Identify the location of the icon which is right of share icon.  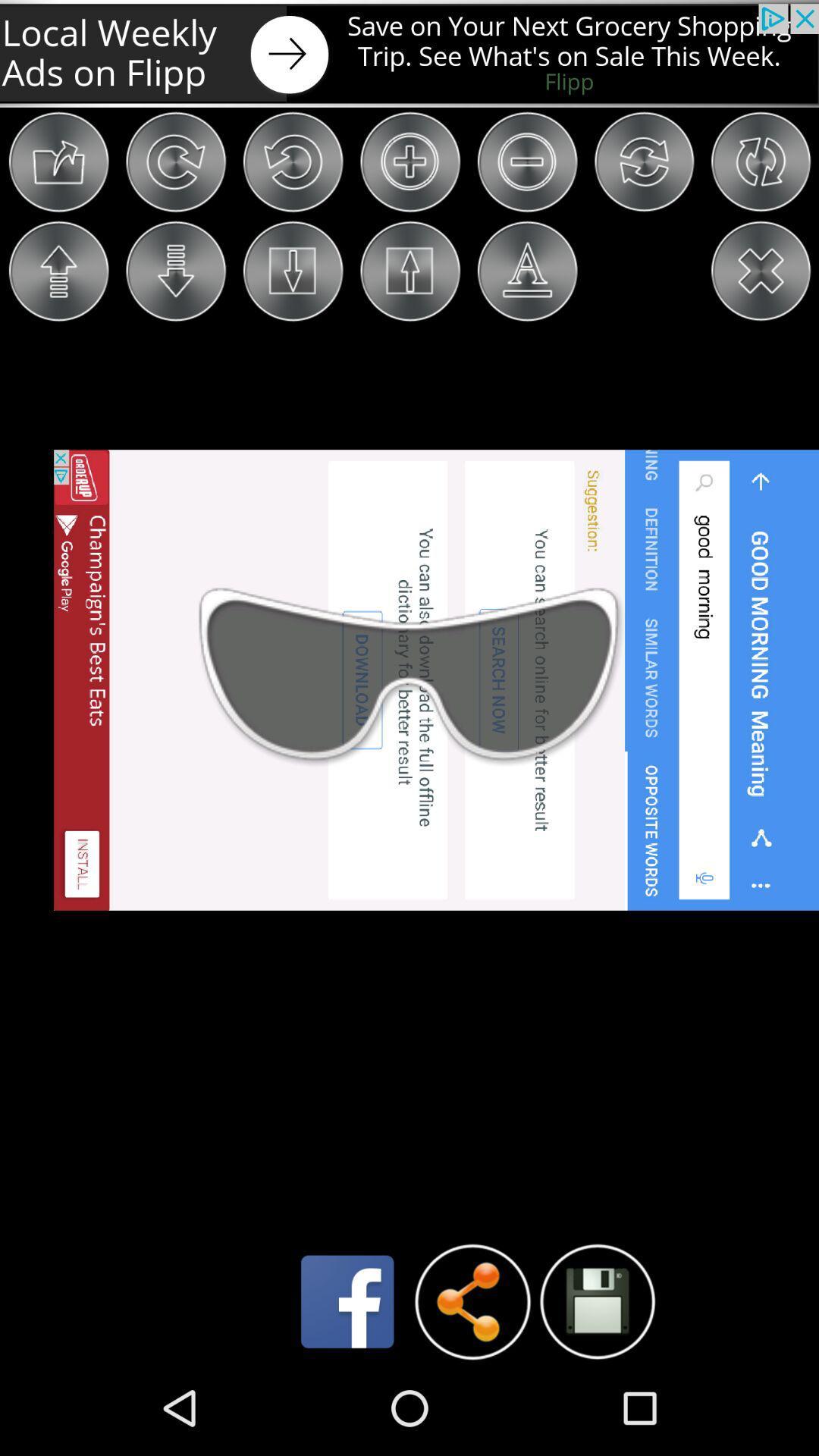
(596, 1301).